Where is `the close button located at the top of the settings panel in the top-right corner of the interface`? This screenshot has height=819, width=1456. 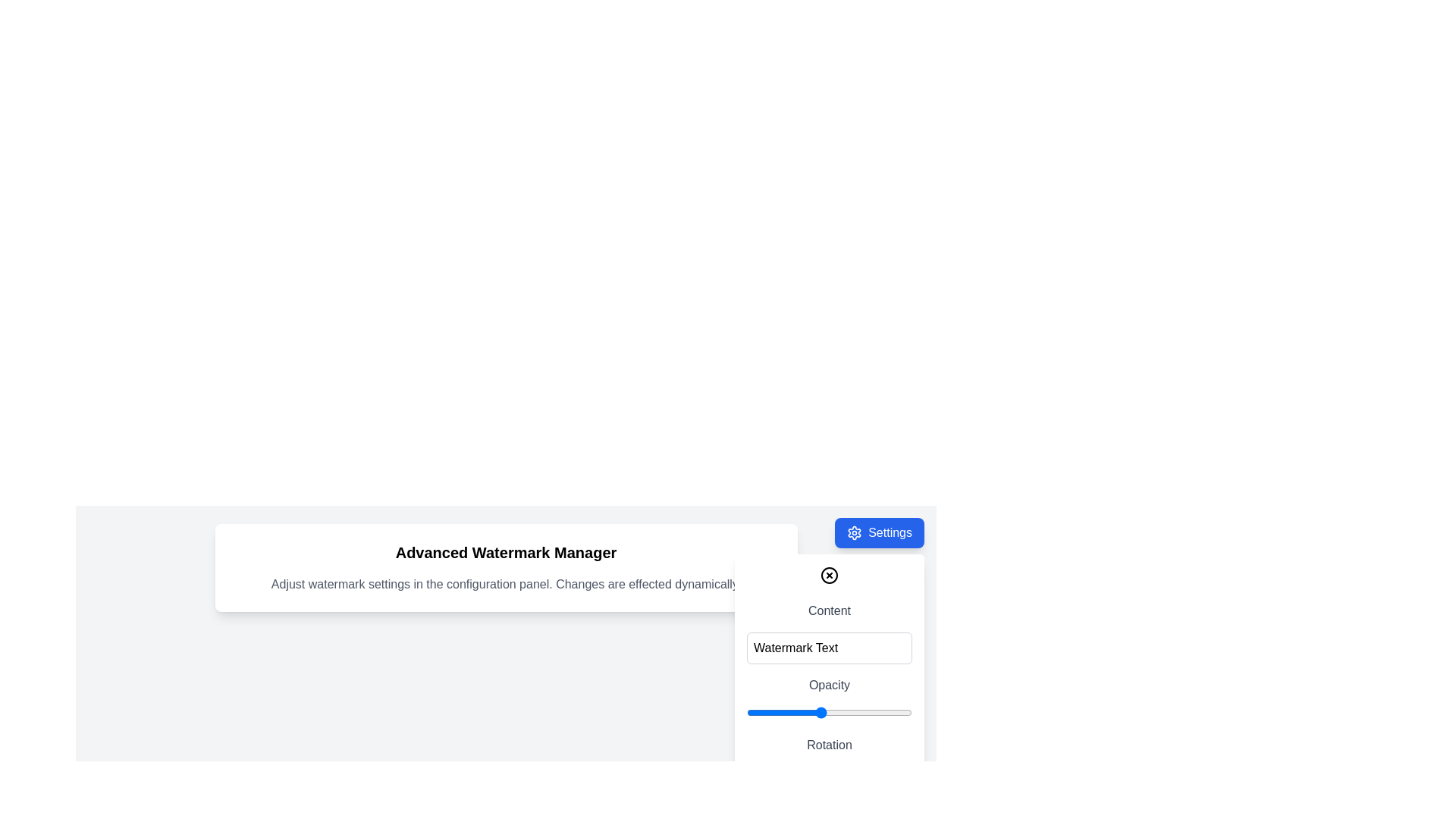 the close button located at the top of the settings panel in the top-right corner of the interface is located at coordinates (829, 576).